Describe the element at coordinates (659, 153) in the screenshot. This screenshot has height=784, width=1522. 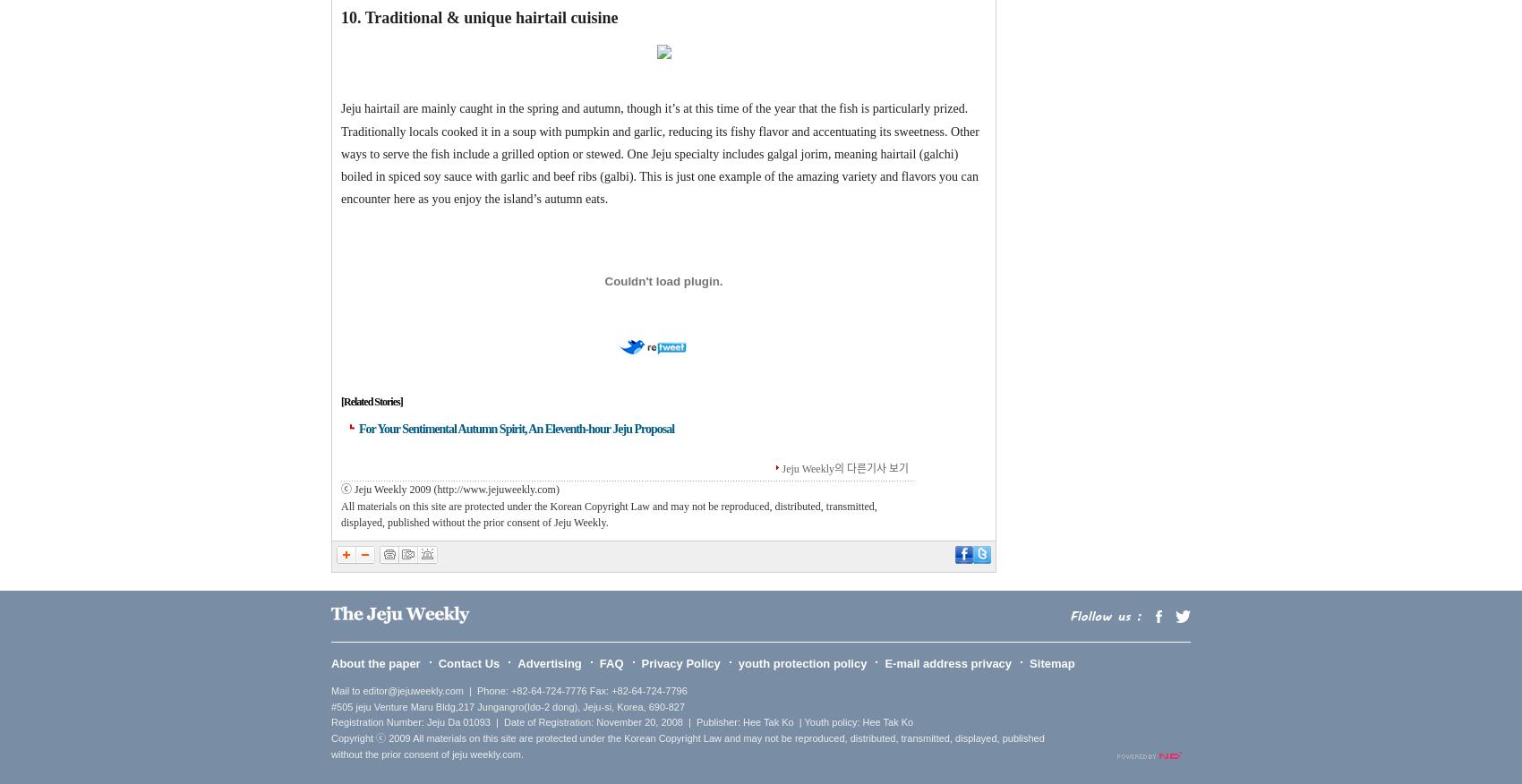
I see `'Jeju hairtail are mainly caught in the spring and autumn, though it’s at this time of the year that the fish is particularly prized. Traditionally locals cooked it in a soup with pumpkin and garlic, reducing its fishy flavor and accentuating its sweetness. Other ways to serve the fish include a grilled option or stewed. One Jeju specialty includes galgal jorim, meaning hairtail (galchi) boiled in spiced soy sauce with garlic and beef ribs (galbi). This is just one example of the amazing variety and flavors you can encounter here as you enjoy the island’s autumn eats.'` at that location.